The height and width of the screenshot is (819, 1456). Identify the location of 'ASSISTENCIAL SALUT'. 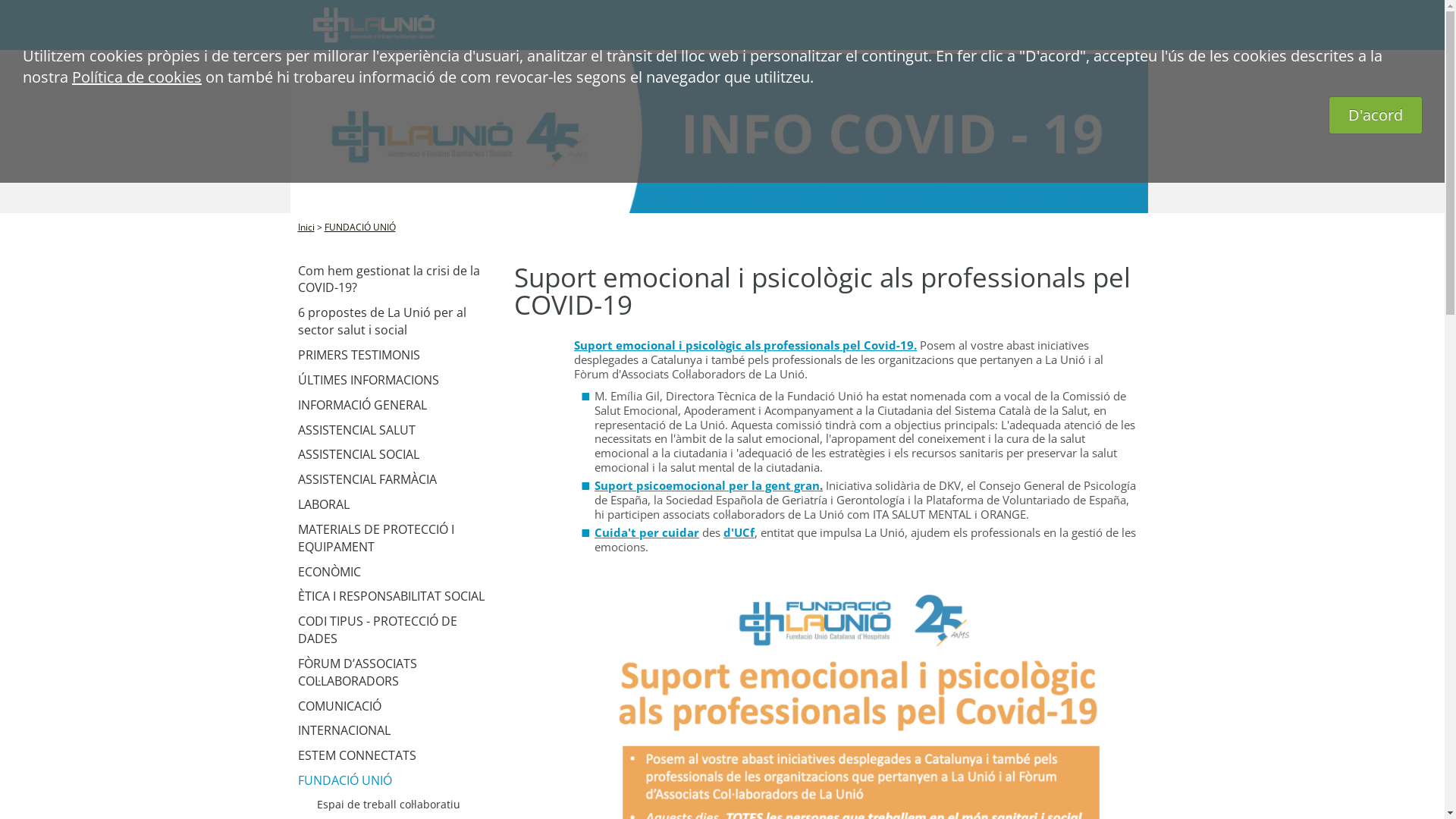
(397, 429).